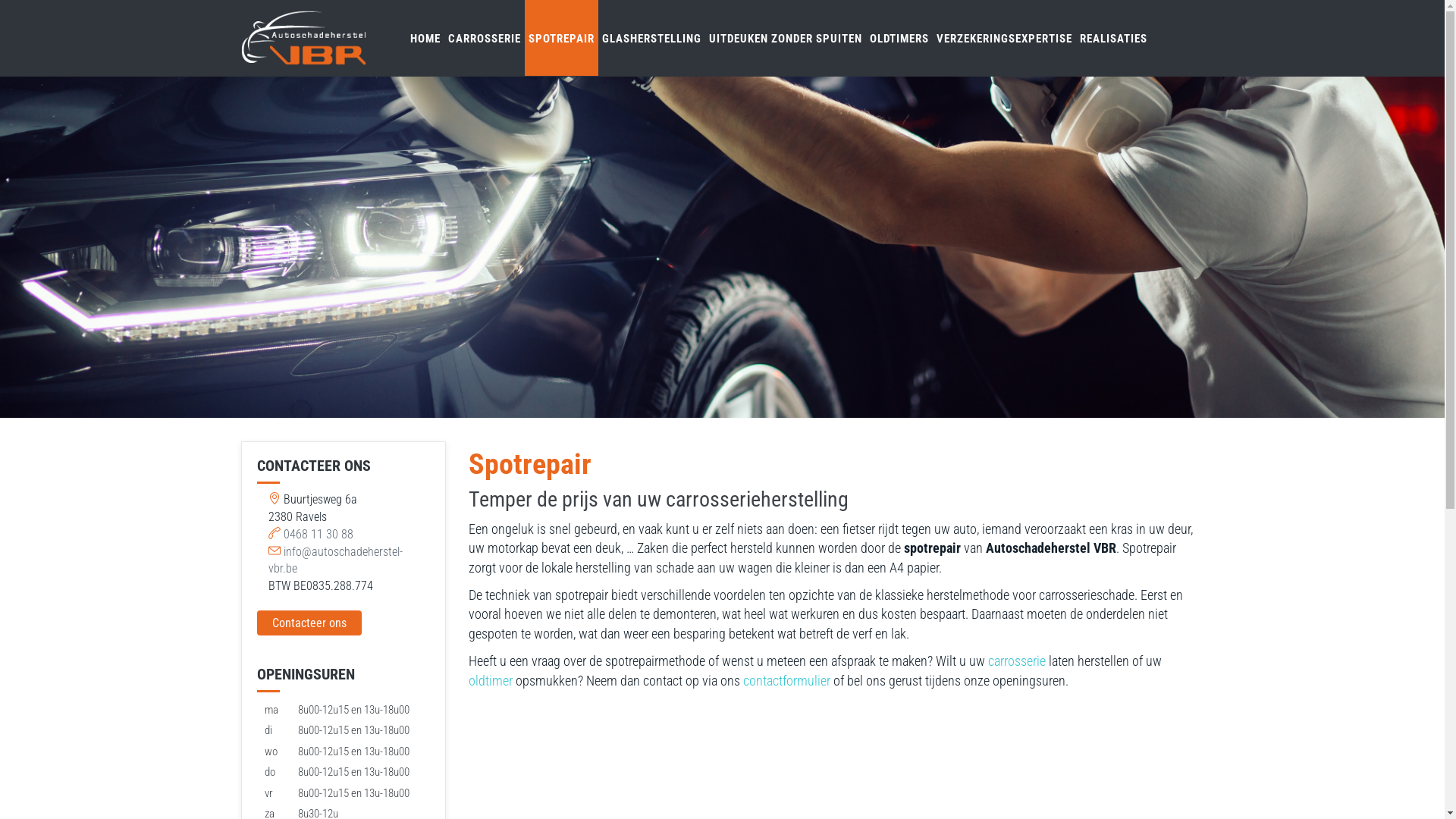  What do you see at coordinates (483, 37) in the screenshot?
I see `'CARROSSERIE'` at bounding box center [483, 37].